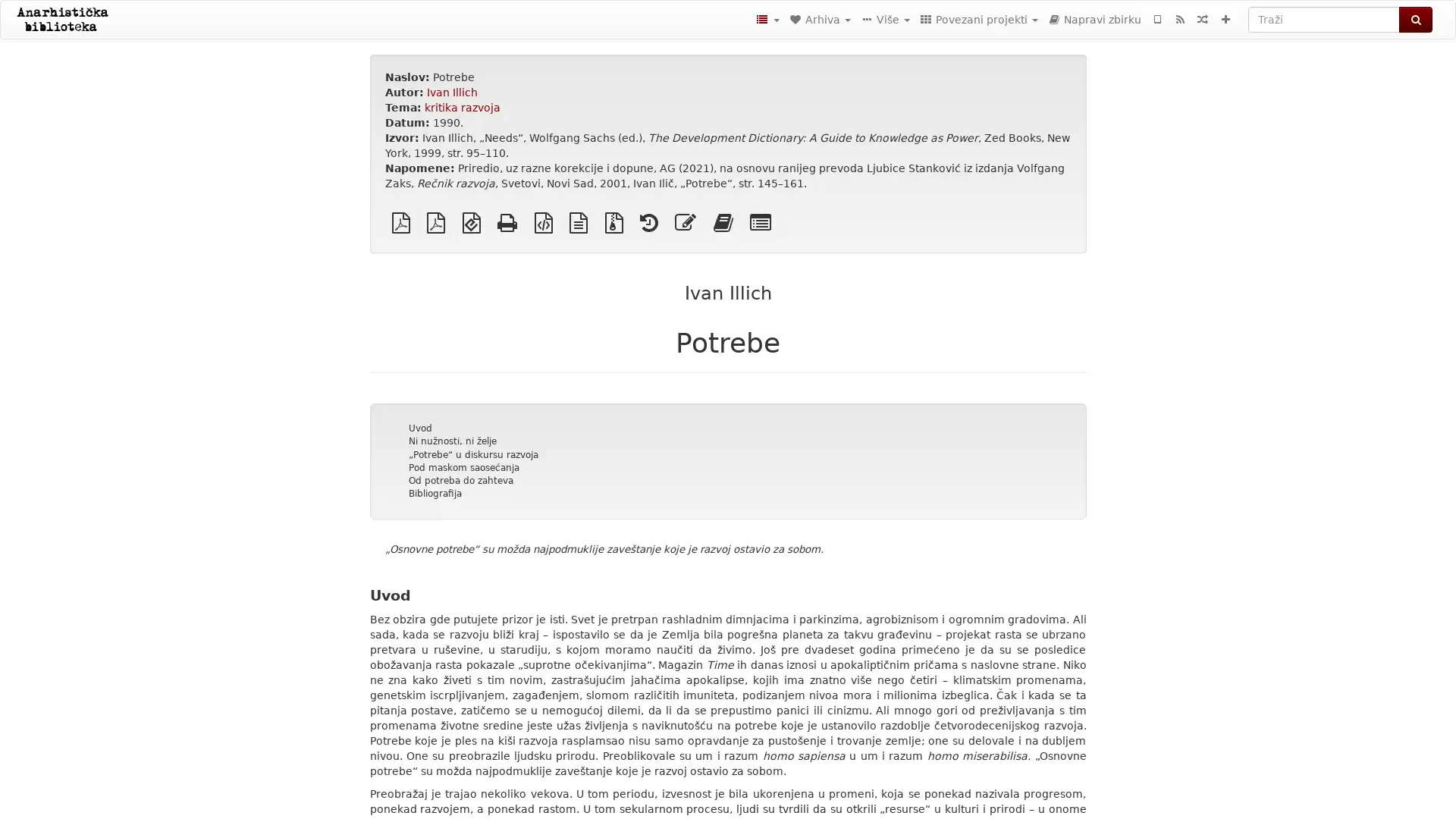  Describe the element at coordinates (1415, 20) in the screenshot. I see `Trazi` at that location.